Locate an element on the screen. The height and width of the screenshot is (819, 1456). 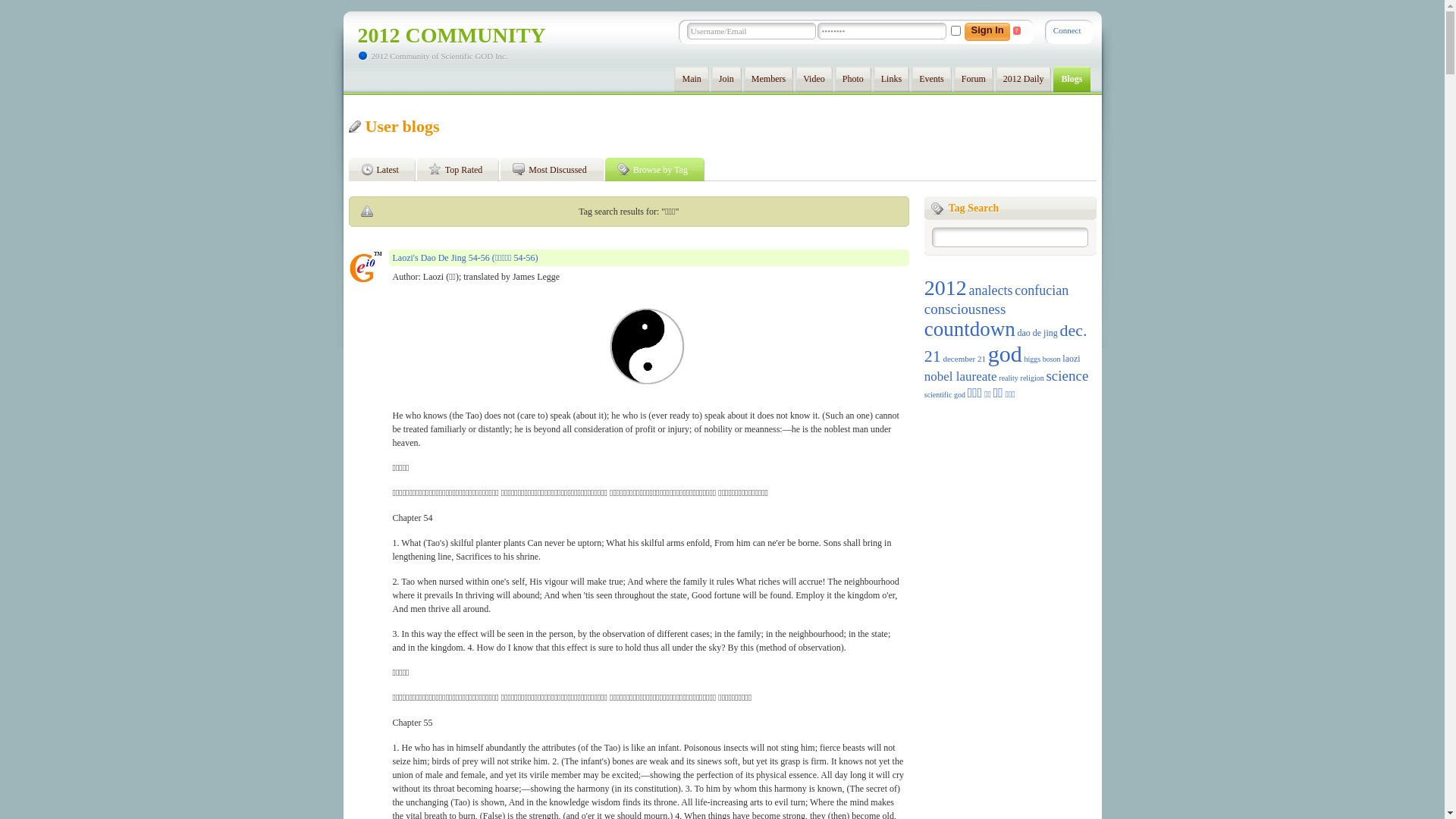
'december 21' is located at coordinates (963, 359).